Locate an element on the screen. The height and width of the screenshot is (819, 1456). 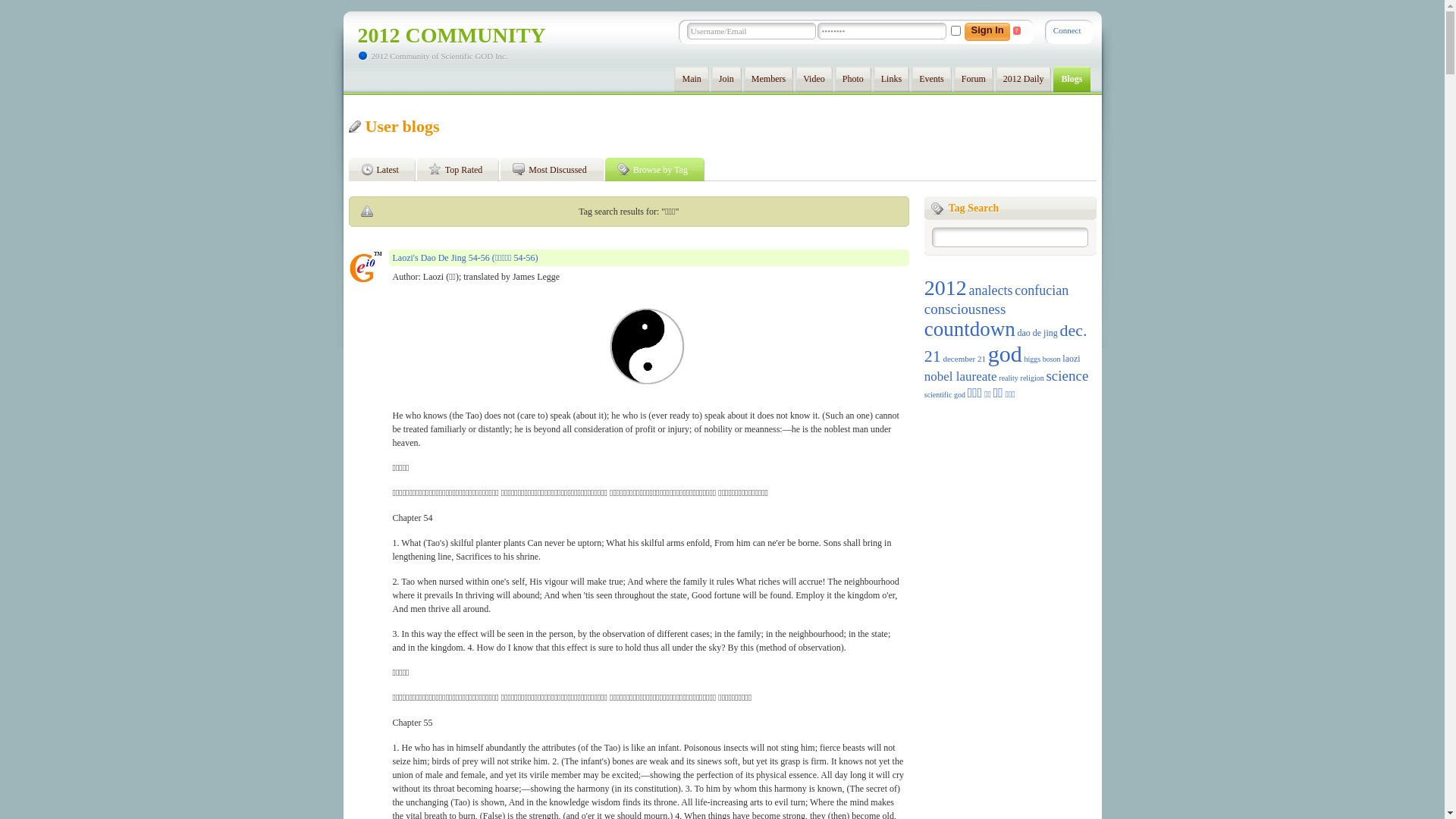
'december 21' is located at coordinates (963, 359).